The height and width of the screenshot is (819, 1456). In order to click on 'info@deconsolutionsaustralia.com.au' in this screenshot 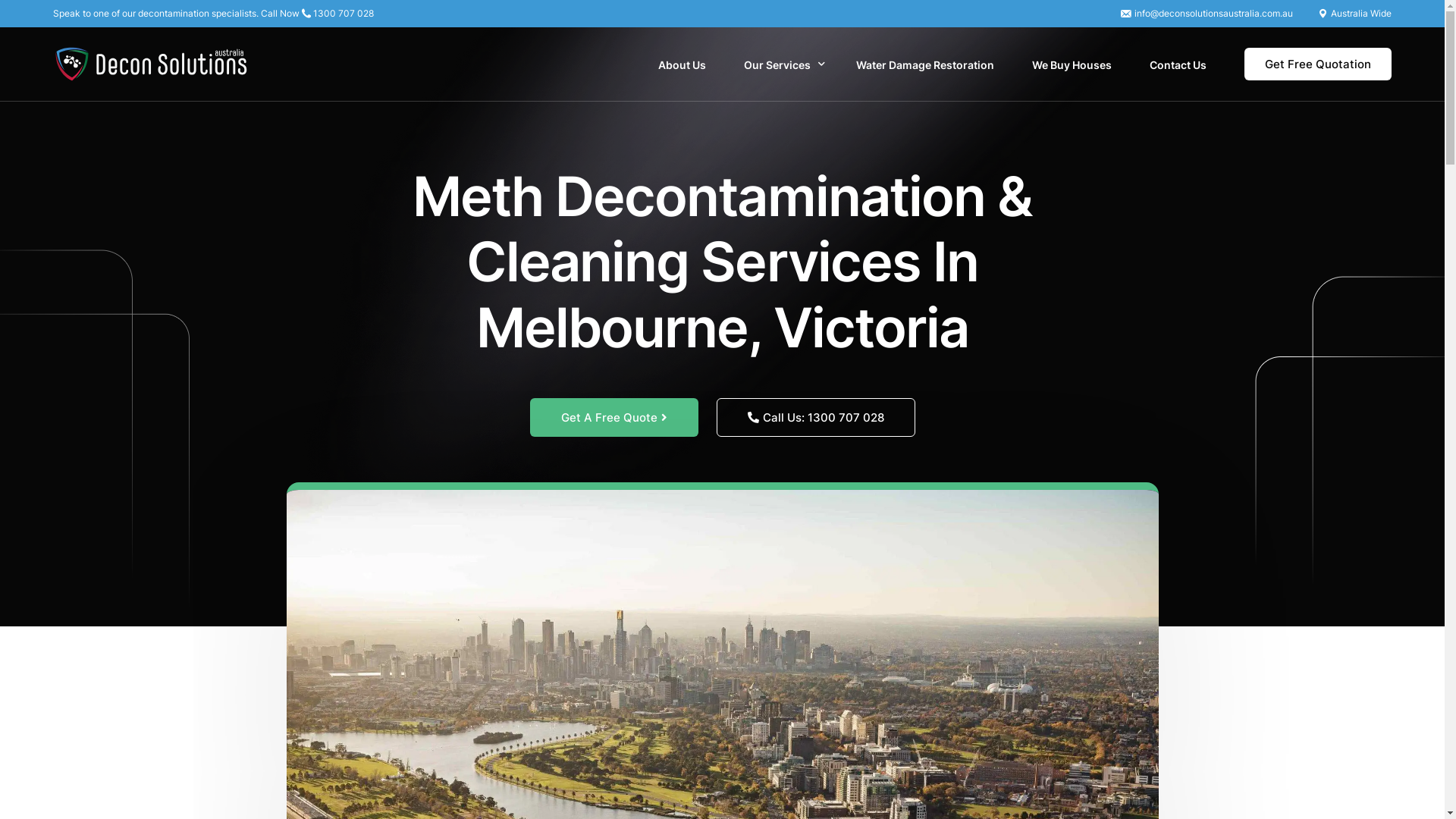, I will do `click(1213, 14)`.